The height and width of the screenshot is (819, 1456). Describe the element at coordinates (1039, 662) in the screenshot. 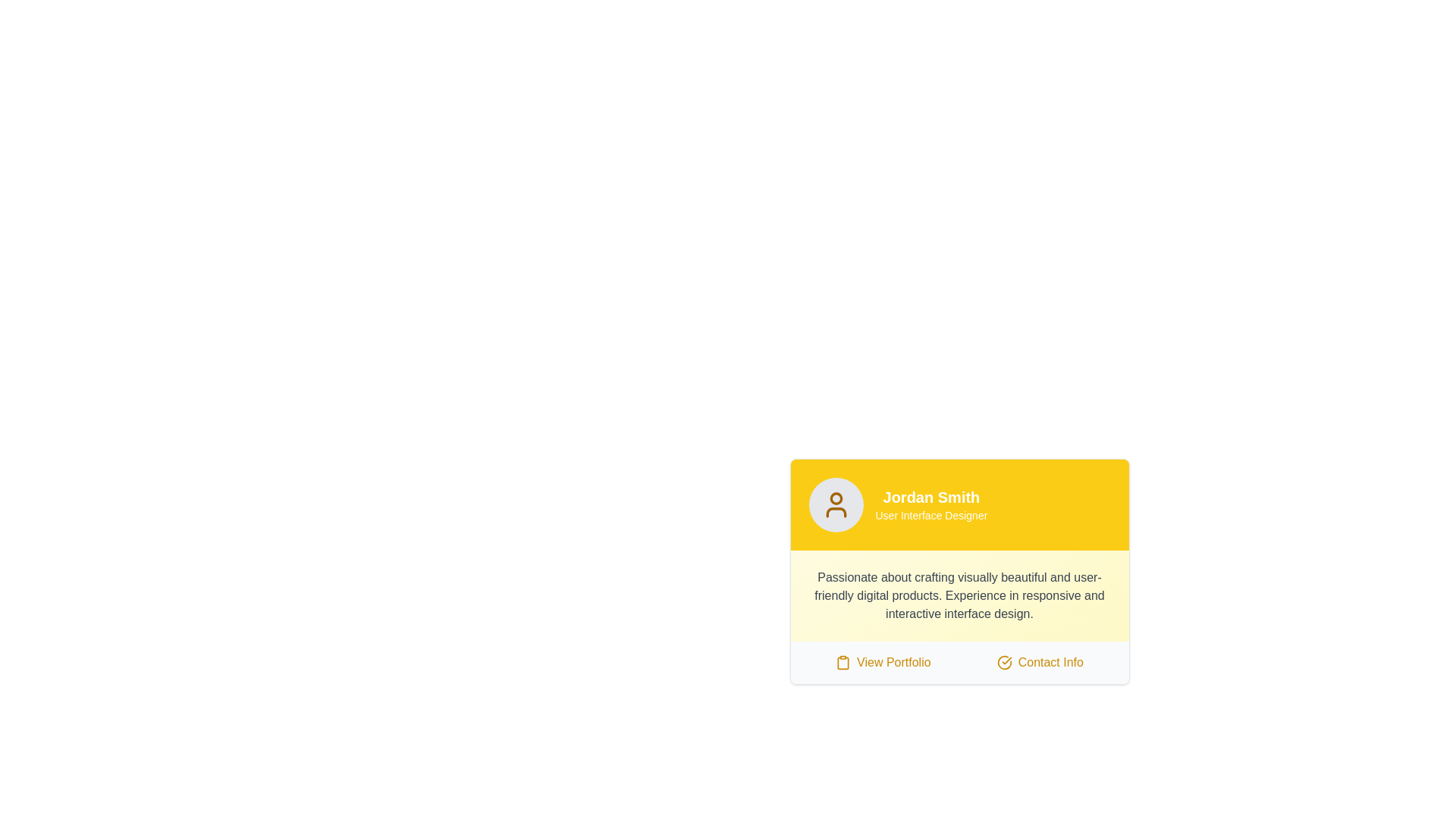

I see `the 'Contact Info' link/button, which features a yellow text label and a checked circle icon on its left, located to the right of the 'View Portfolio' item` at that location.